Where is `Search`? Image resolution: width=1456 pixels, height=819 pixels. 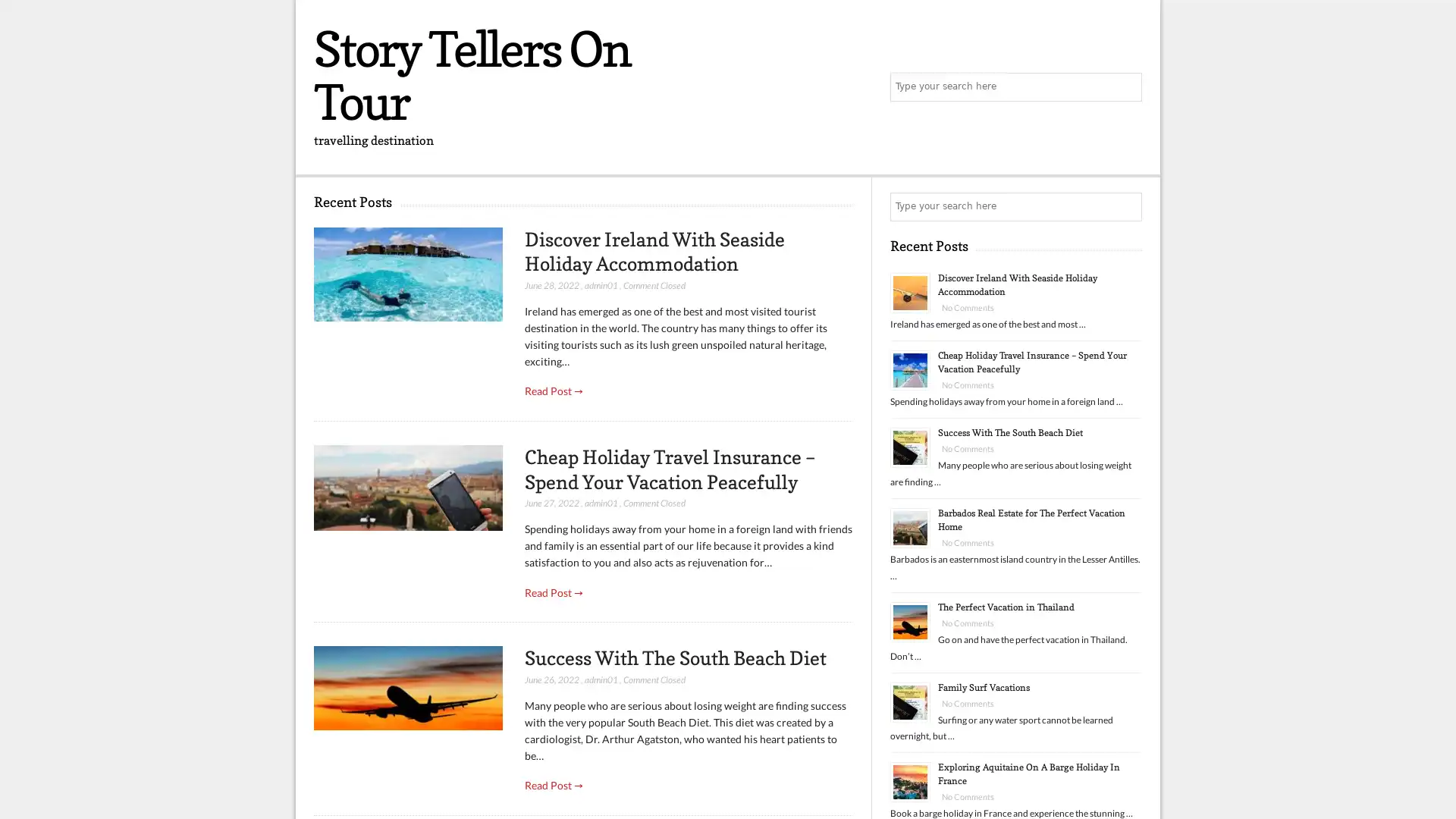
Search is located at coordinates (1126, 87).